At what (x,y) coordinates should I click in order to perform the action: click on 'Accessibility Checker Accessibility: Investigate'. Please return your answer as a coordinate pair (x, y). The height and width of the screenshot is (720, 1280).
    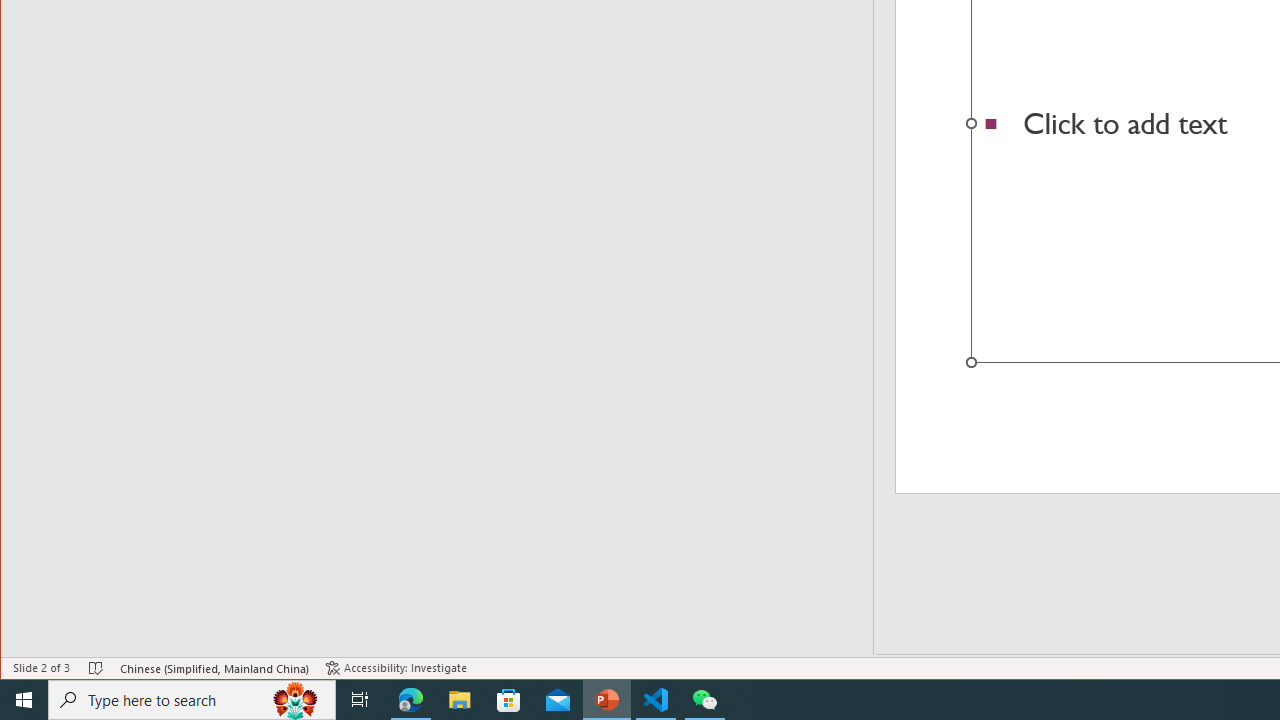
    Looking at the image, I should click on (396, 668).